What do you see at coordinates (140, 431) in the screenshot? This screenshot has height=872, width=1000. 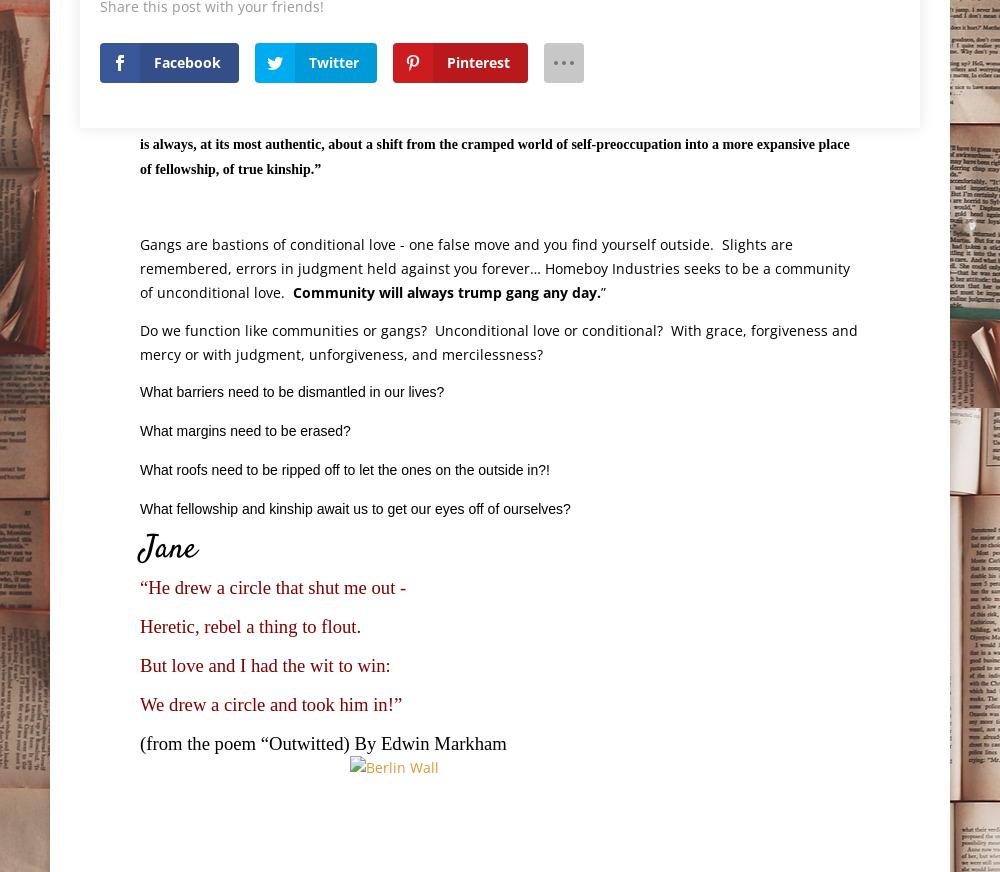 I see `'What margins need to be erased?'` at bounding box center [140, 431].